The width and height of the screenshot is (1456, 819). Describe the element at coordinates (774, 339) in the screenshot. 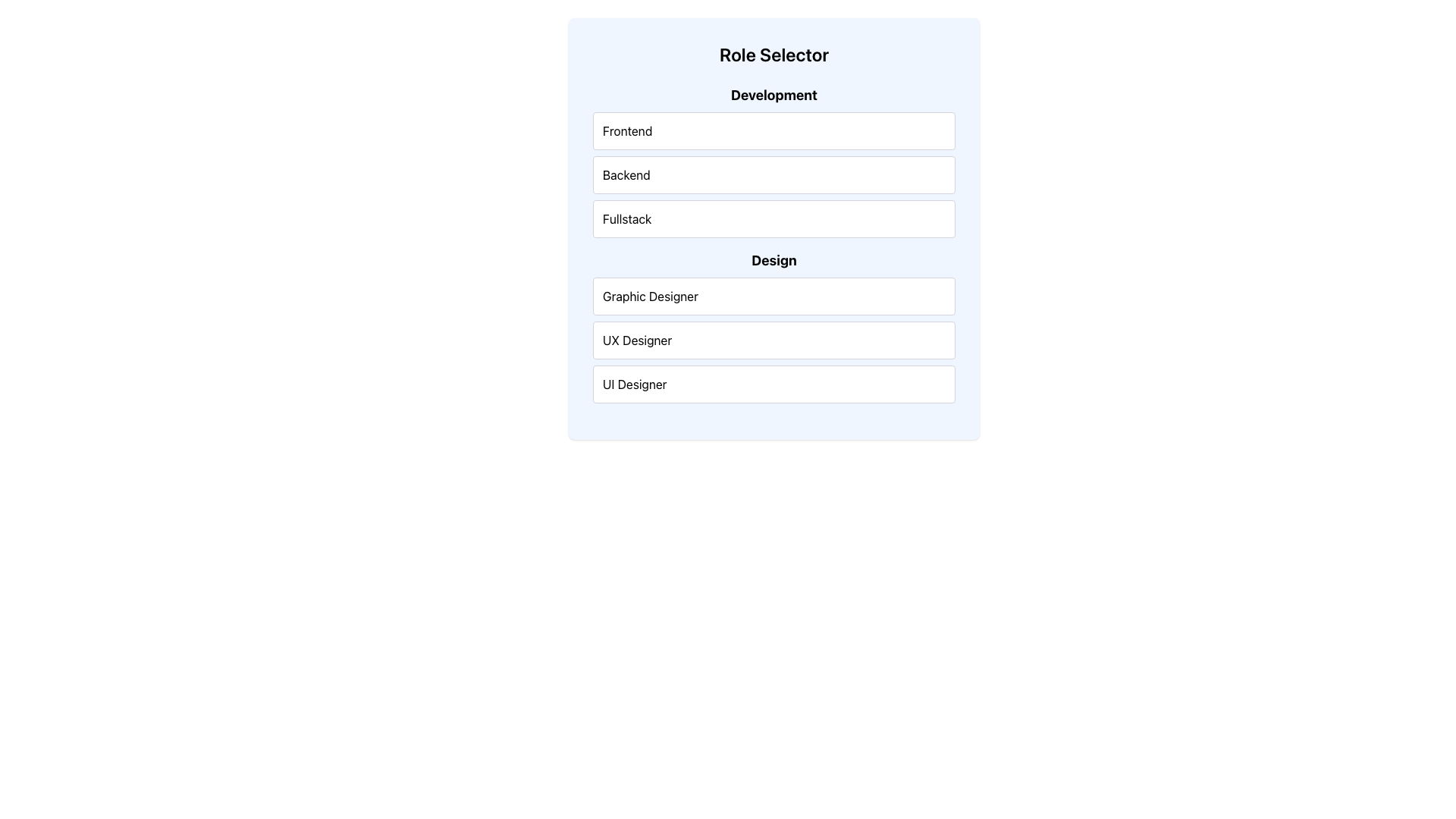

I see `the second selectable option in the 'Design' group to choose the 'UX Designer' role` at that location.